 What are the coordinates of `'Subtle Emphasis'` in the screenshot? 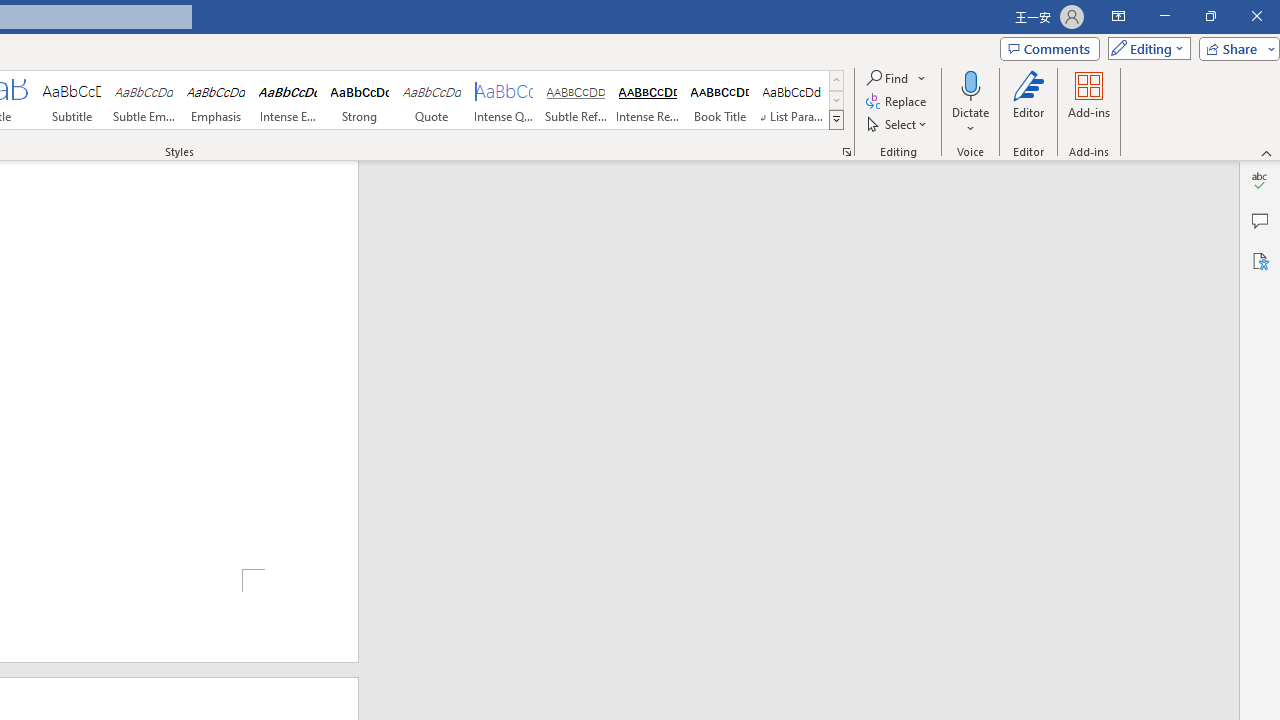 It's located at (143, 100).